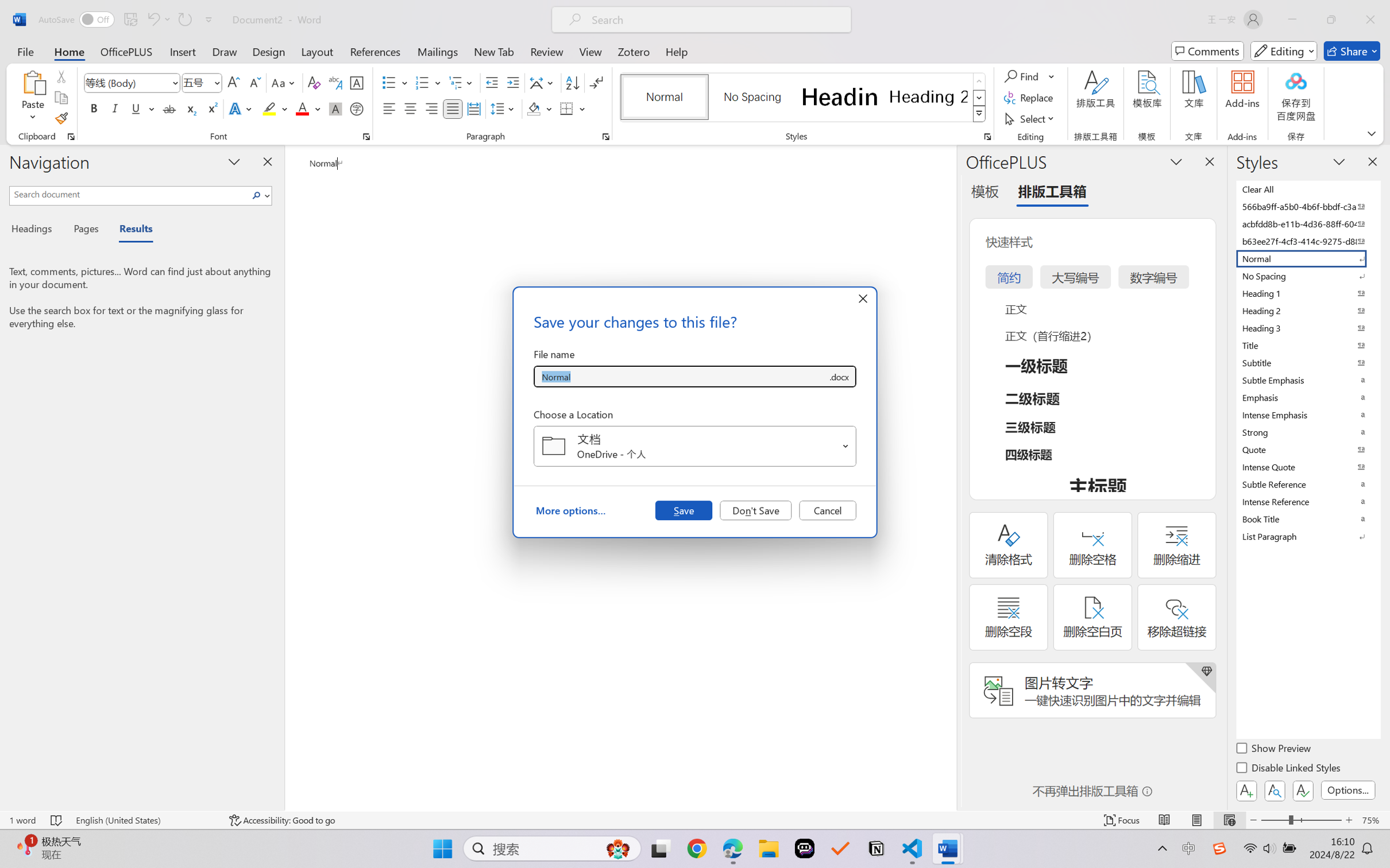 This screenshot has height=868, width=1390. What do you see at coordinates (375, 51) in the screenshot?
I see `'References'` at bounding box center [375, 51].